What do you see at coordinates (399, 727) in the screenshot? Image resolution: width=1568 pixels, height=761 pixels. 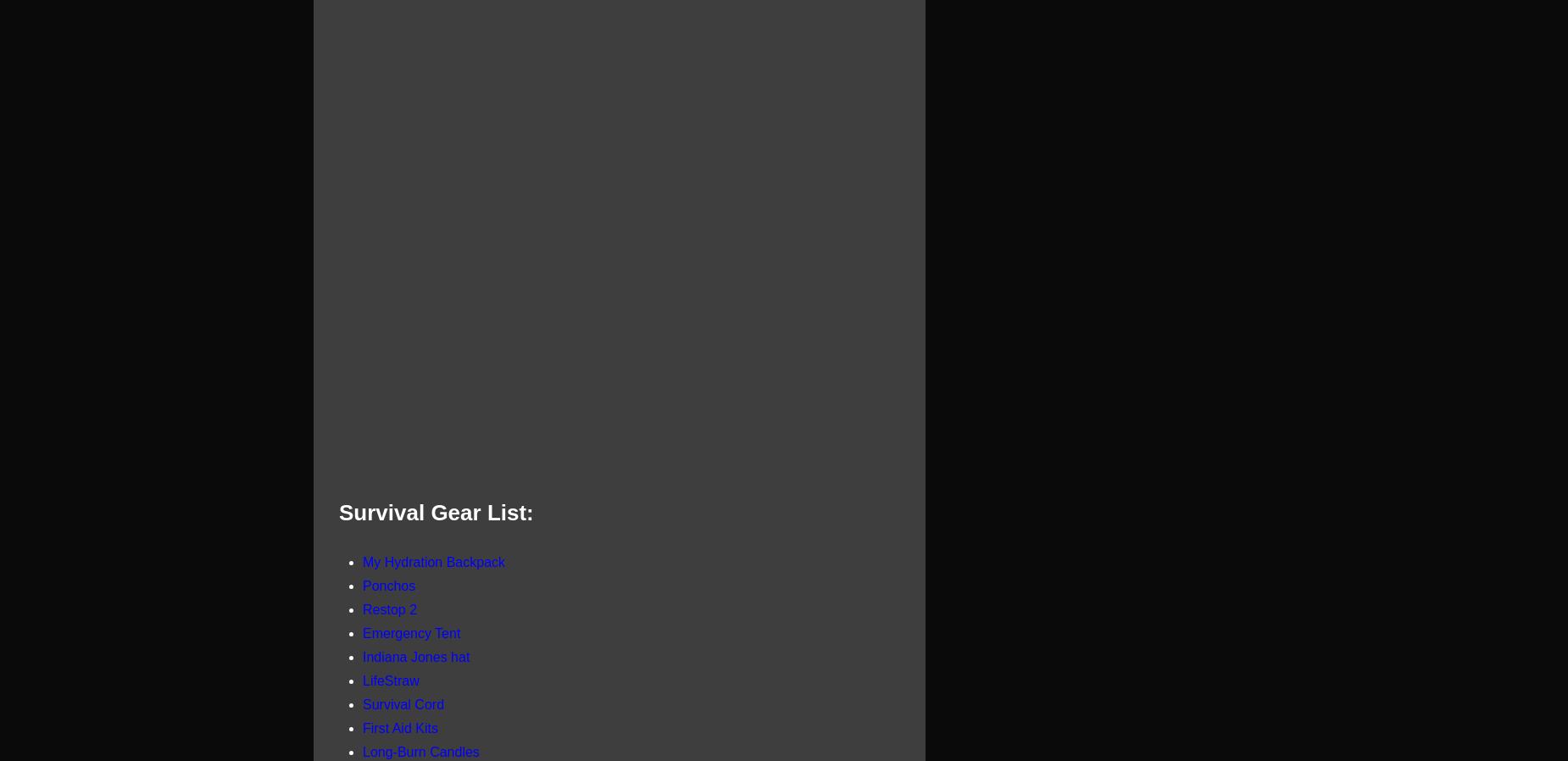 I see `'First Aid Kits'` at bounding box center [399, 727].